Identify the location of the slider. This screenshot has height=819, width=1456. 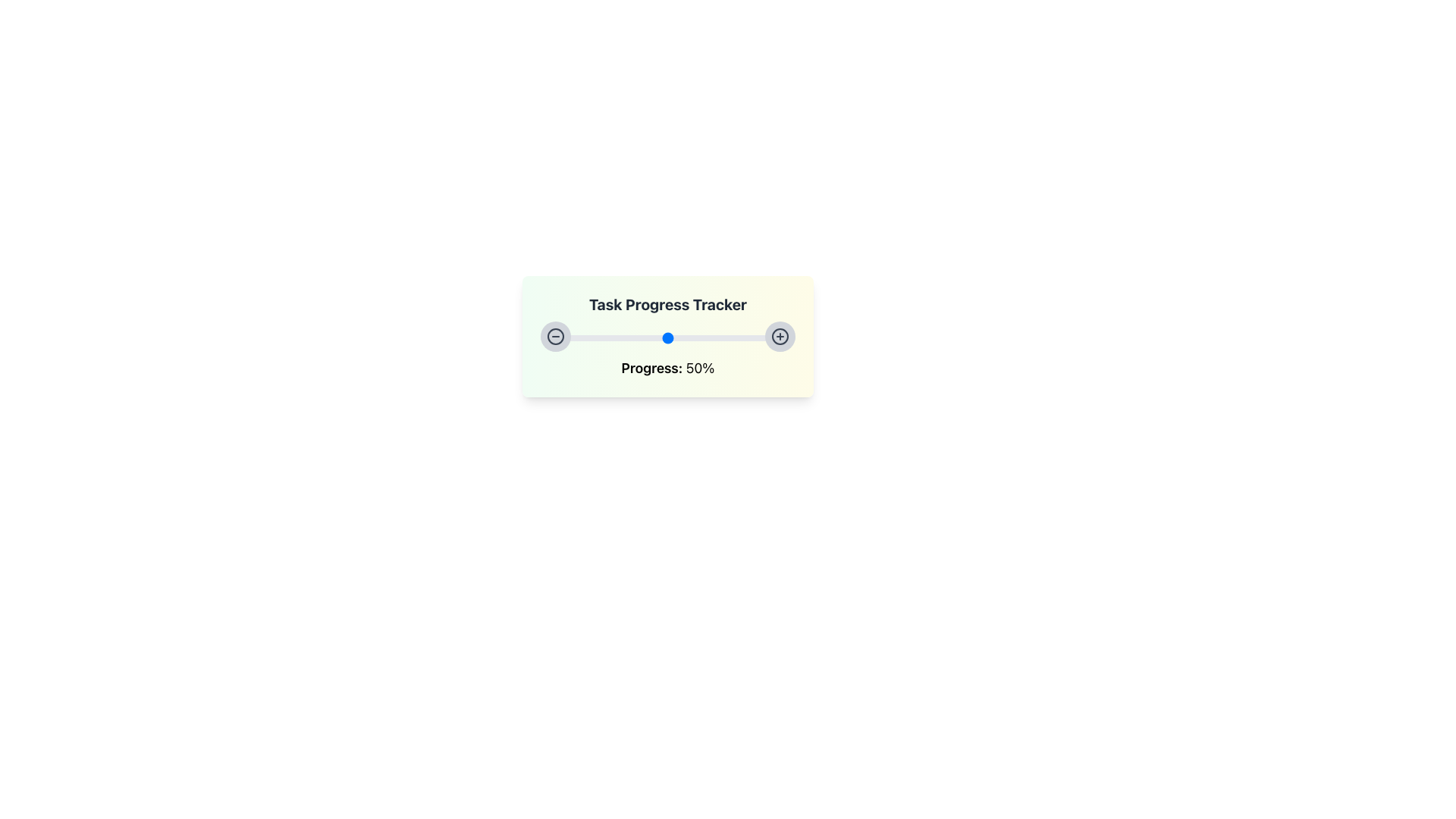
(601, 337).